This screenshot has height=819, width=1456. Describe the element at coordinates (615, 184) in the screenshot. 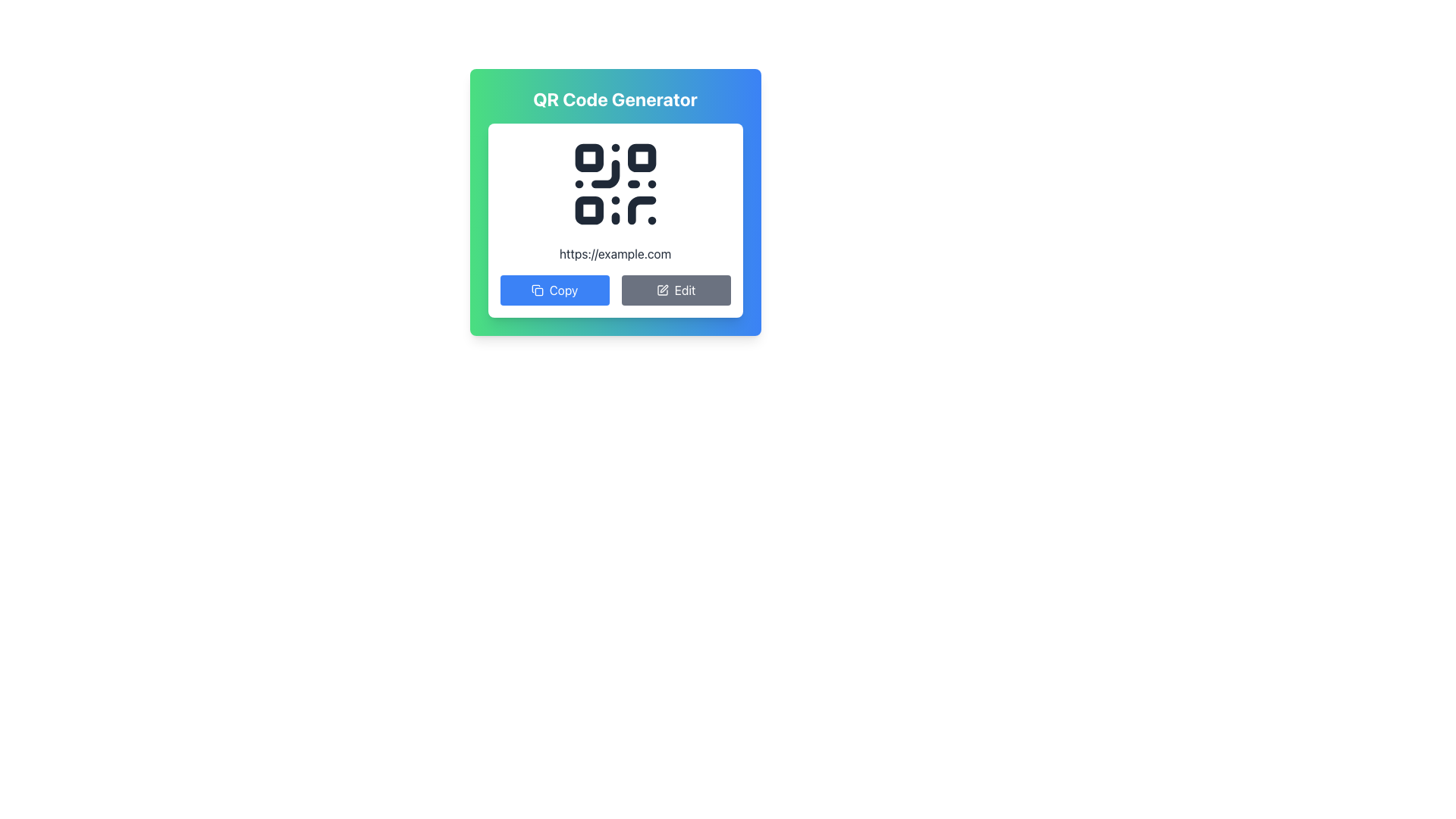

I see `the static image representing a QR code located in the upper section of the card above the URL text 'https://example.com'` at that location.